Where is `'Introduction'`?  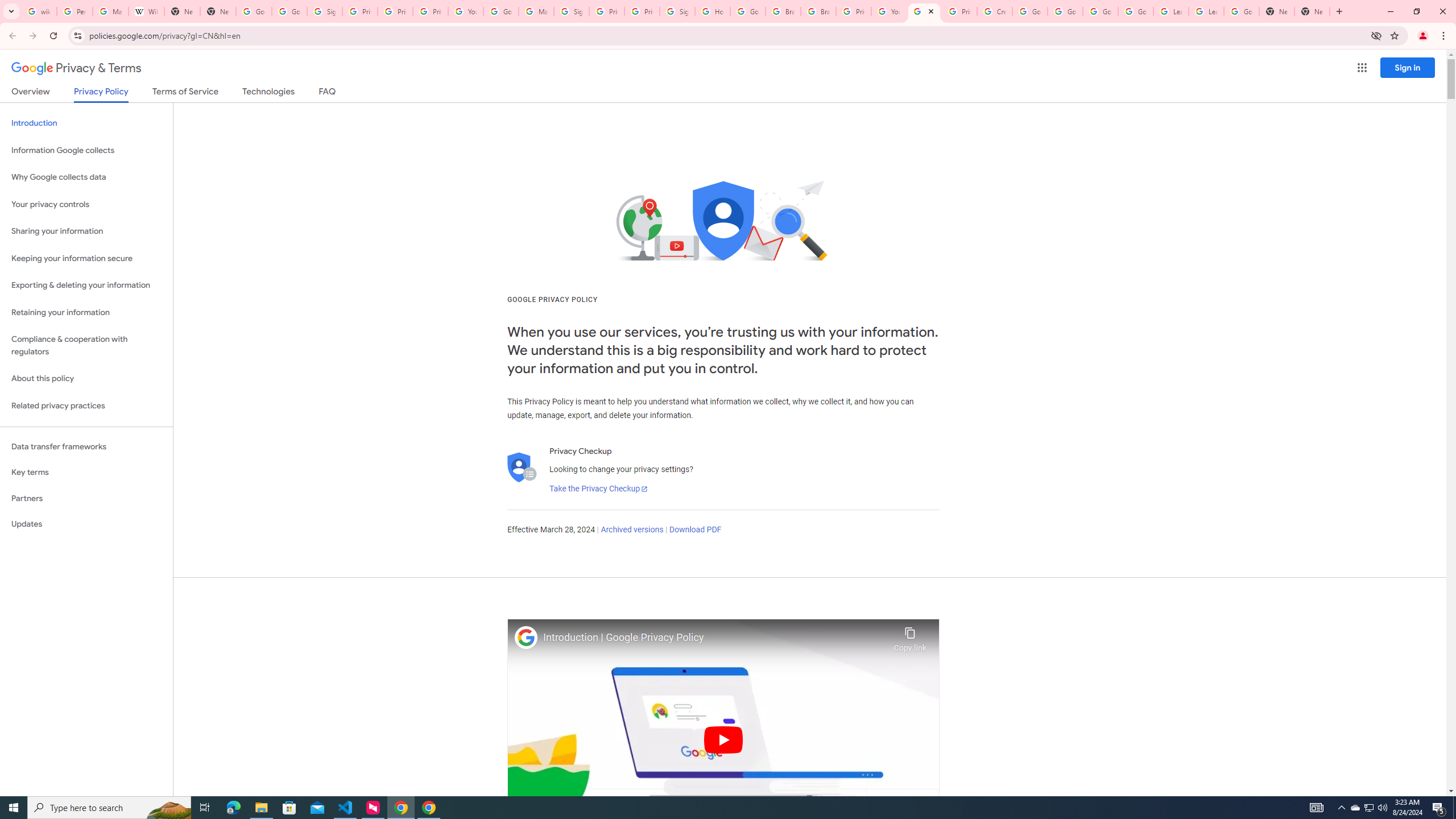 'Introduction' is located at coordinates (86, 122).